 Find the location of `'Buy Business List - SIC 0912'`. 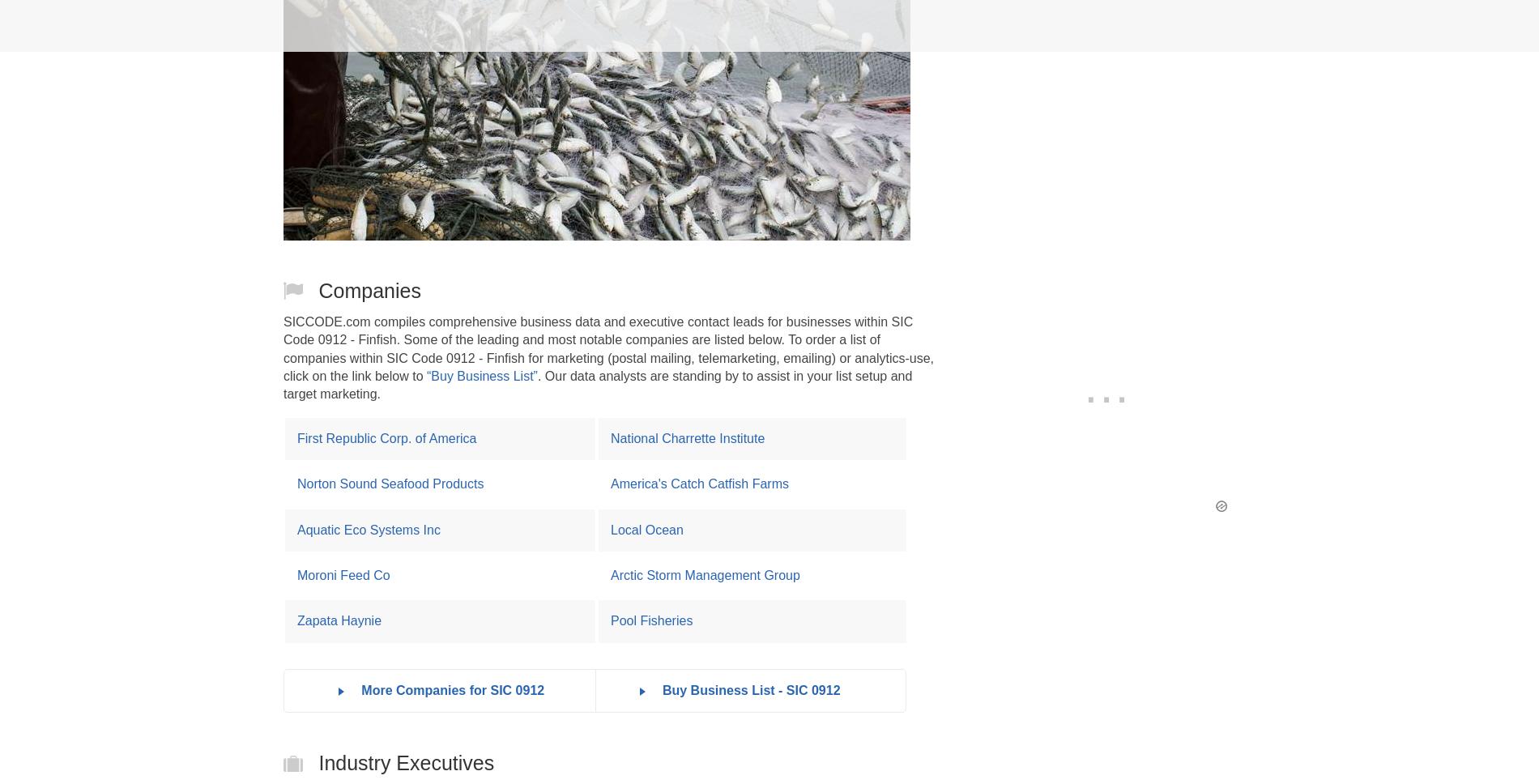

'Buy Business List - SIC 0912' is located at coordinates (750, 688).